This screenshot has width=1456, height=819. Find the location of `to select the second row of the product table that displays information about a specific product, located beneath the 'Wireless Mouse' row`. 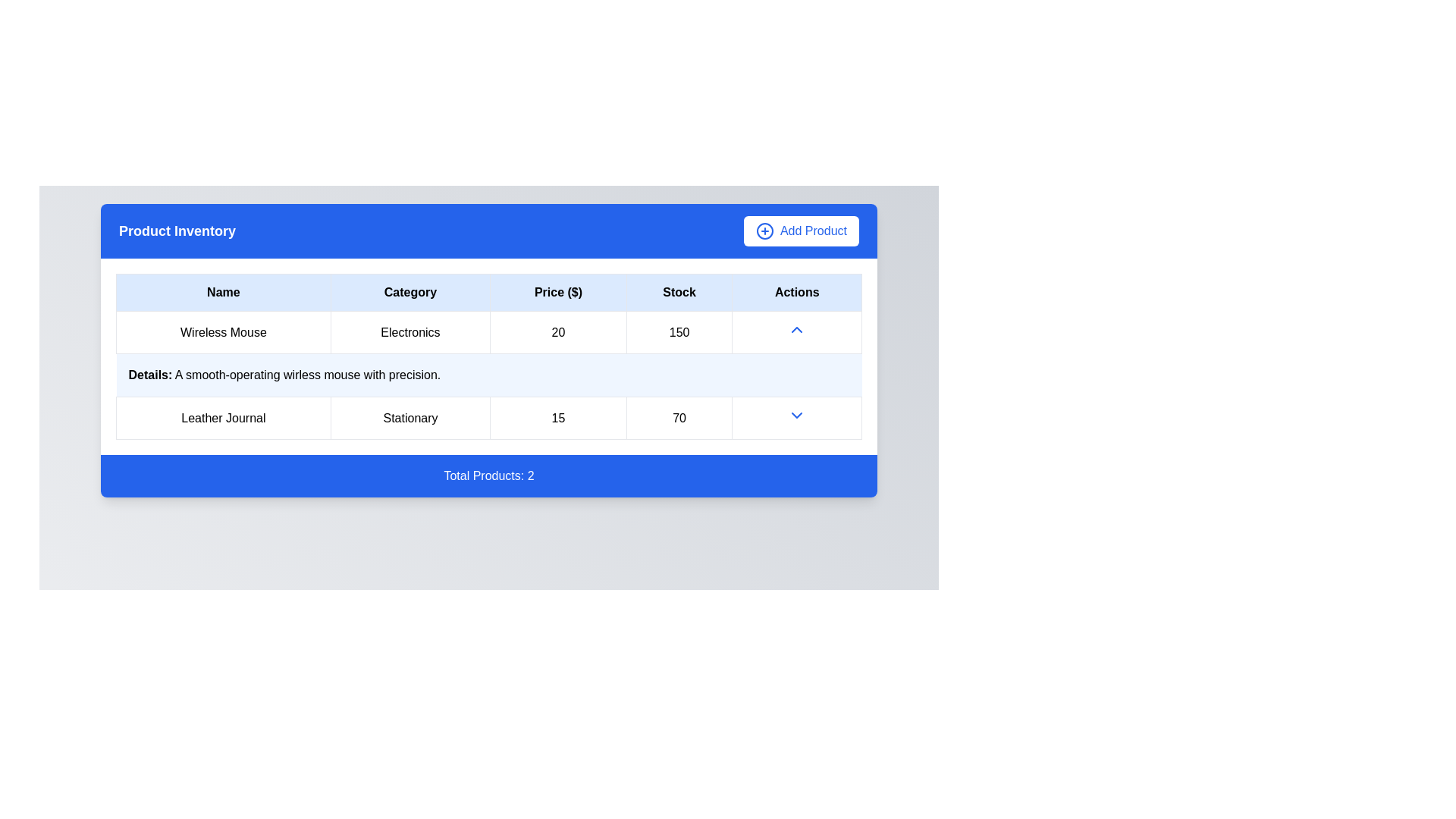

to select the second row of the product table that displays information about a specific product, located beneath the 'Wireless Mouse' row is located at coordinates (488, 418).